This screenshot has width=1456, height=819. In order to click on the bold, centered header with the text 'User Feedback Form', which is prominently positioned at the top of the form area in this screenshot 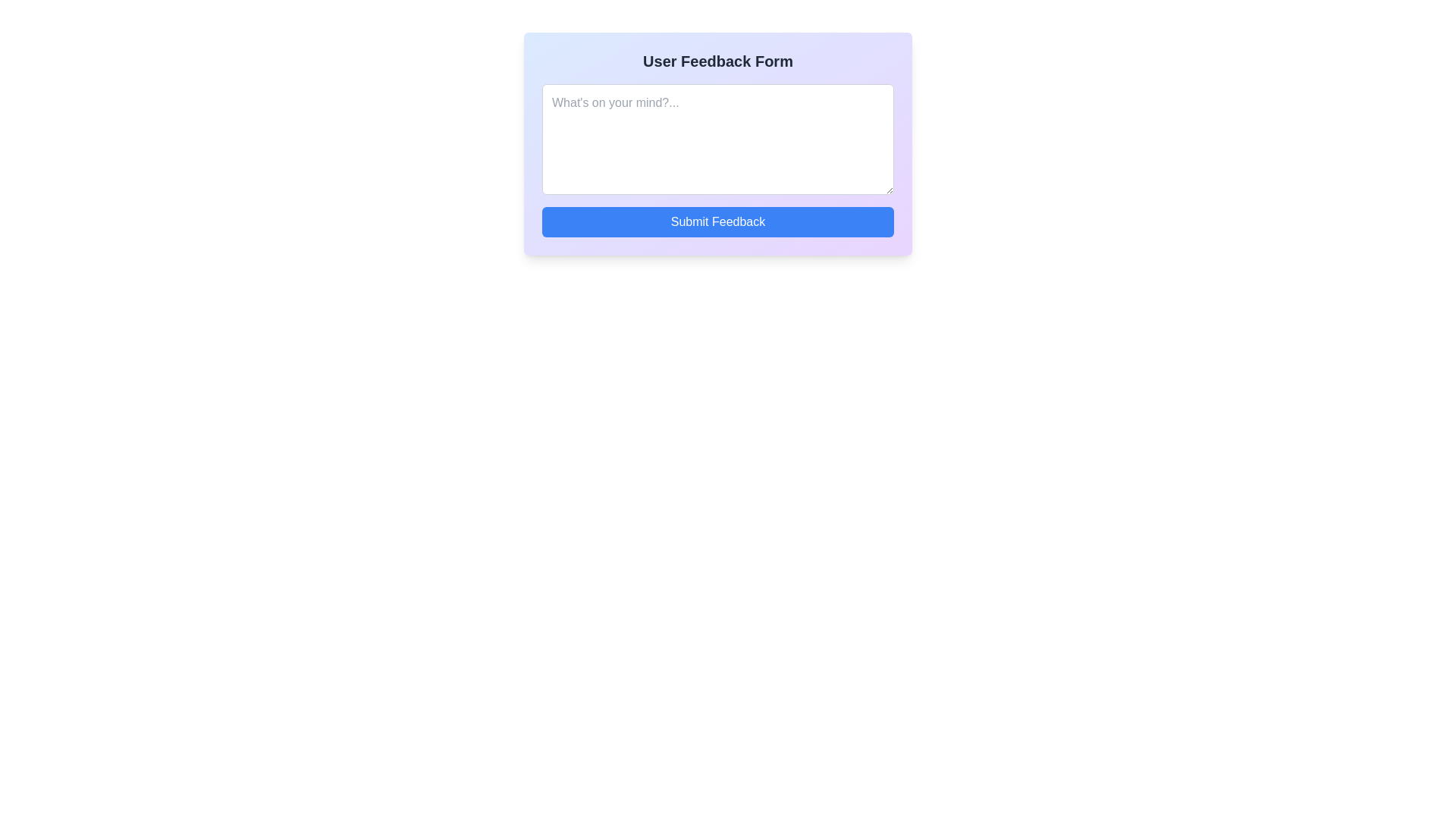, I will do `click(717, 61)`.